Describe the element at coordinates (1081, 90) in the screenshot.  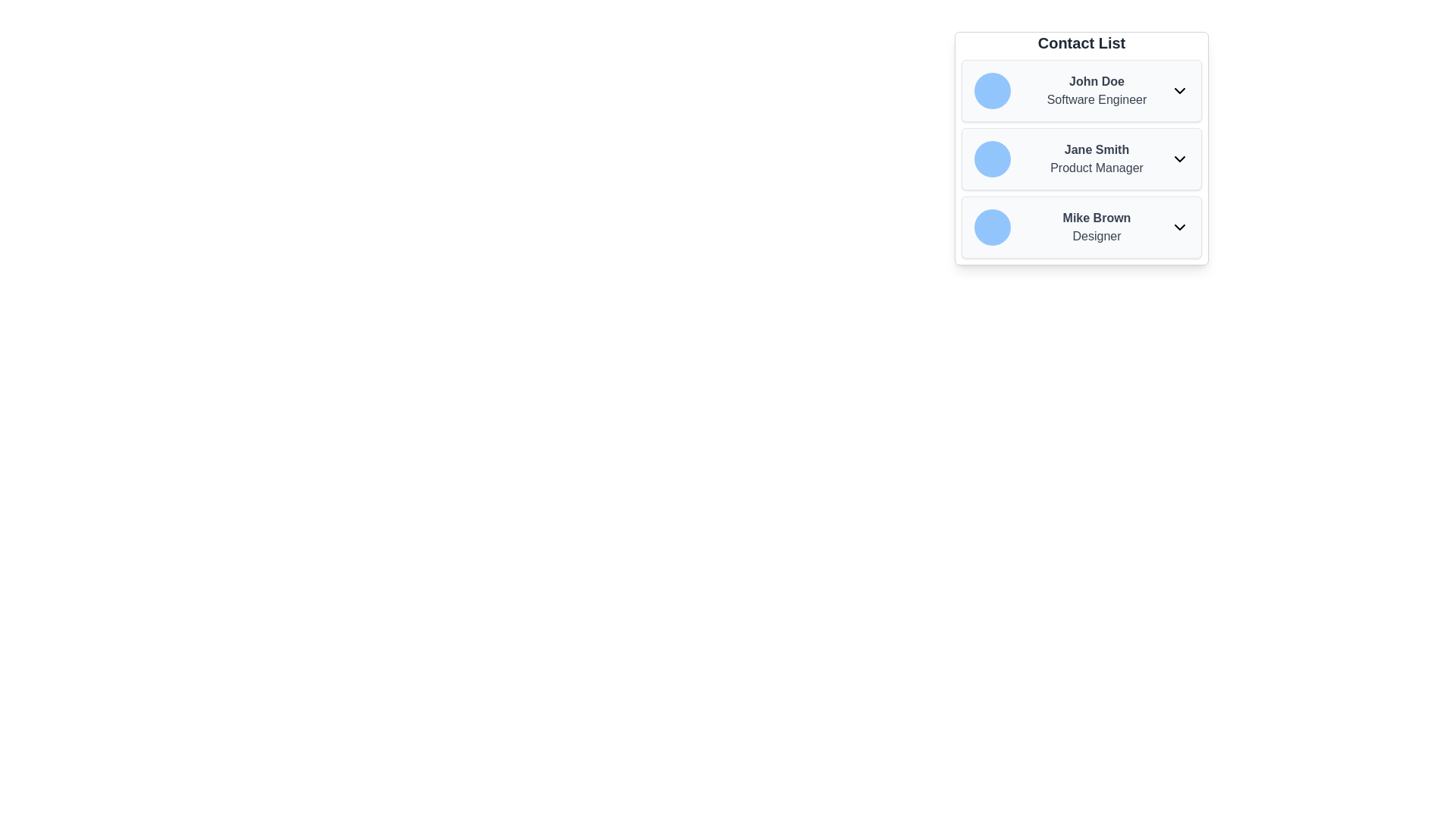
I see `the first contact entry in the contact list` at that location.